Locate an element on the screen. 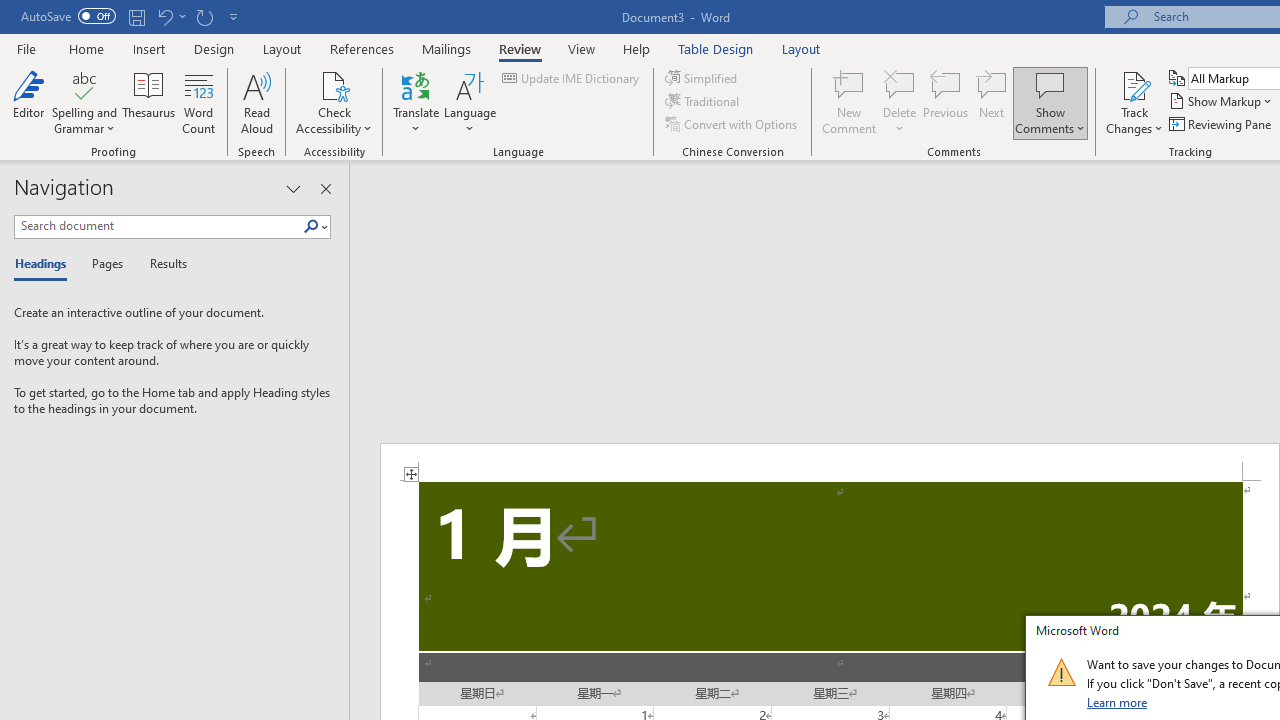  'Language' is located at coordinates (469, 103).